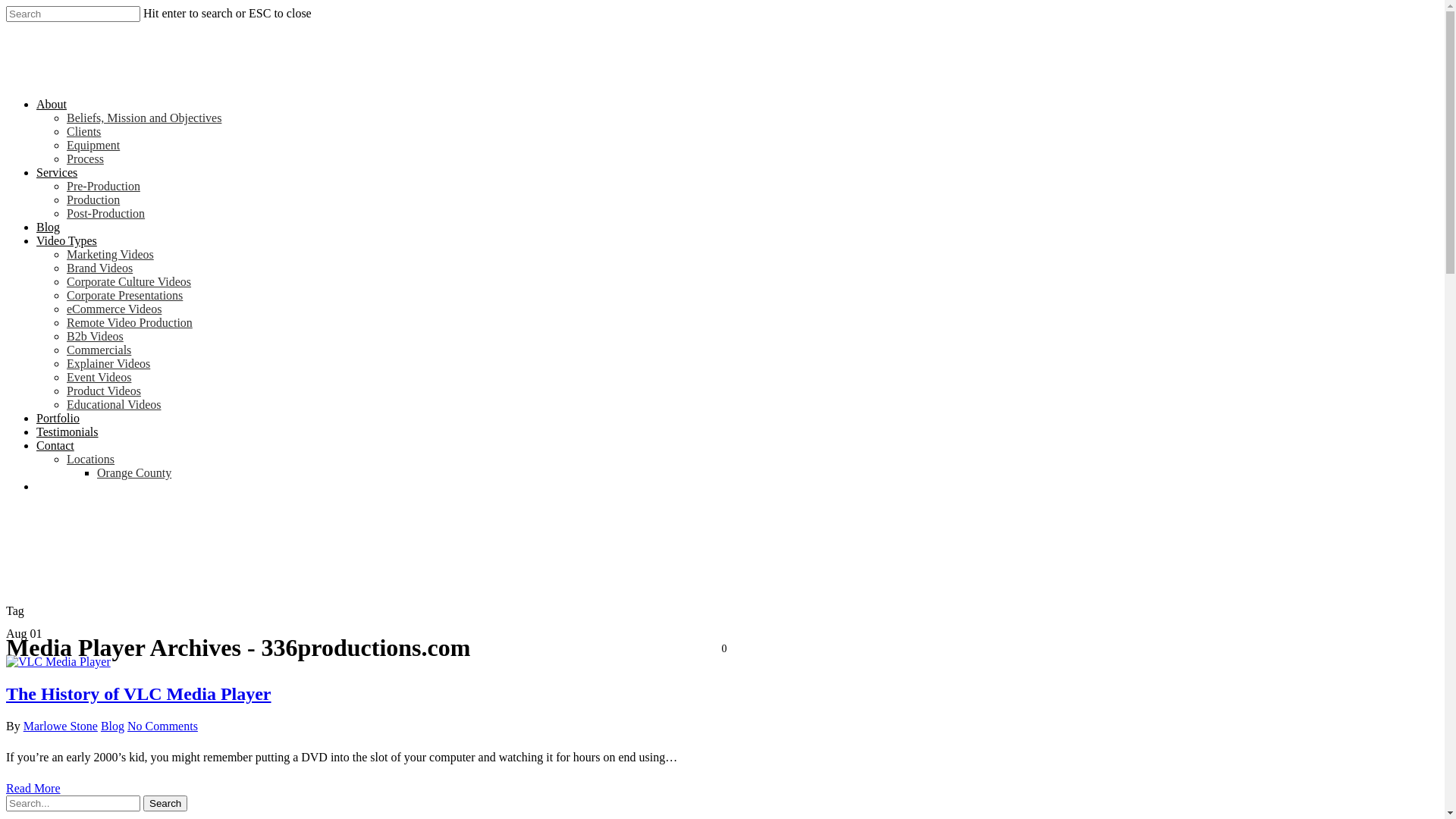 This screenshot has height=819, width=1456. I want to click on 'Educational Videos', so click(113, 403).